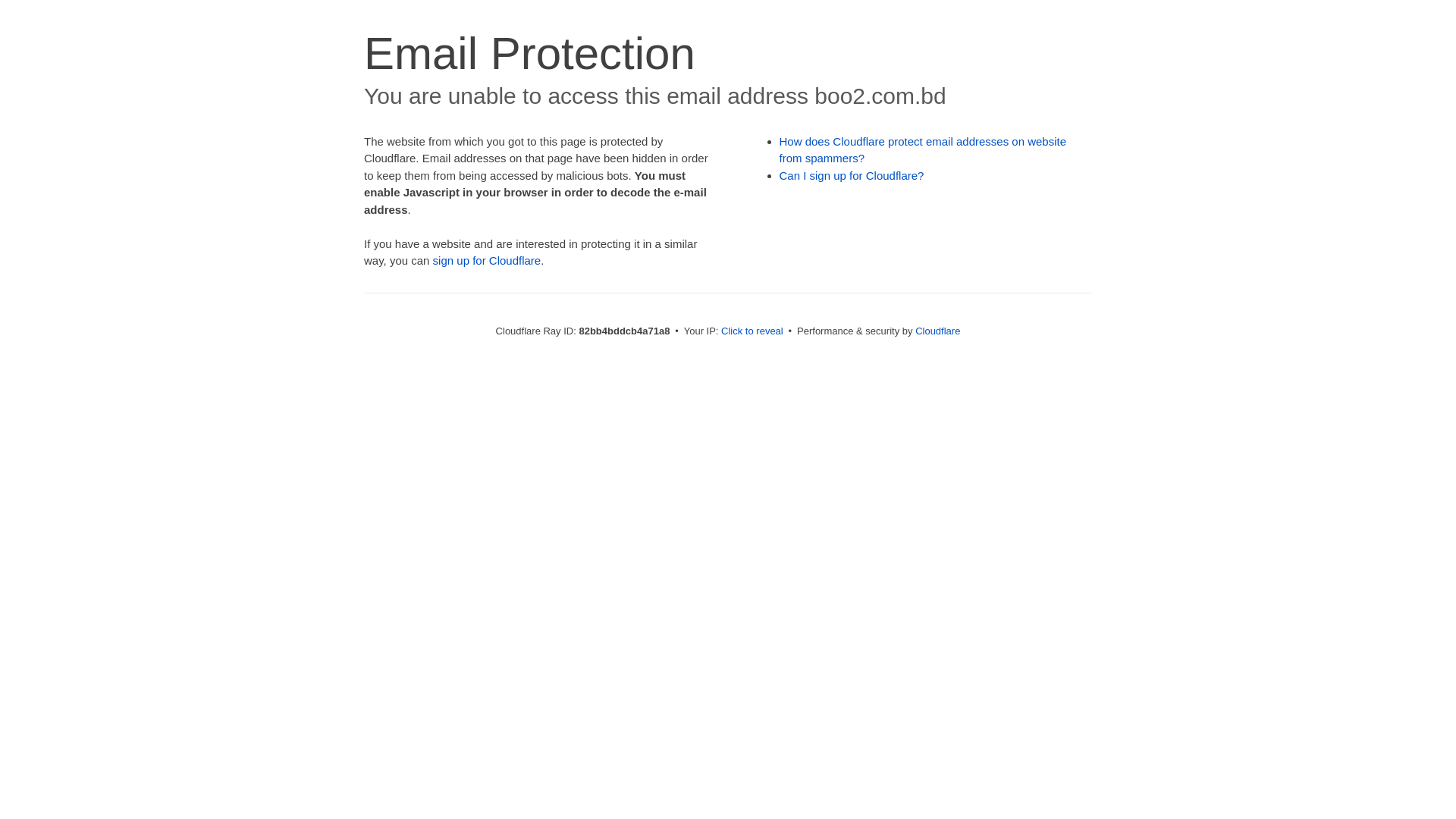 The height and width of the screenshot is (819, 1456). What do you see at coordinates (852, 174) in the screenshot?
I see `'Can I sign up for Cloudflare?'` at bounding box center [852, 174].